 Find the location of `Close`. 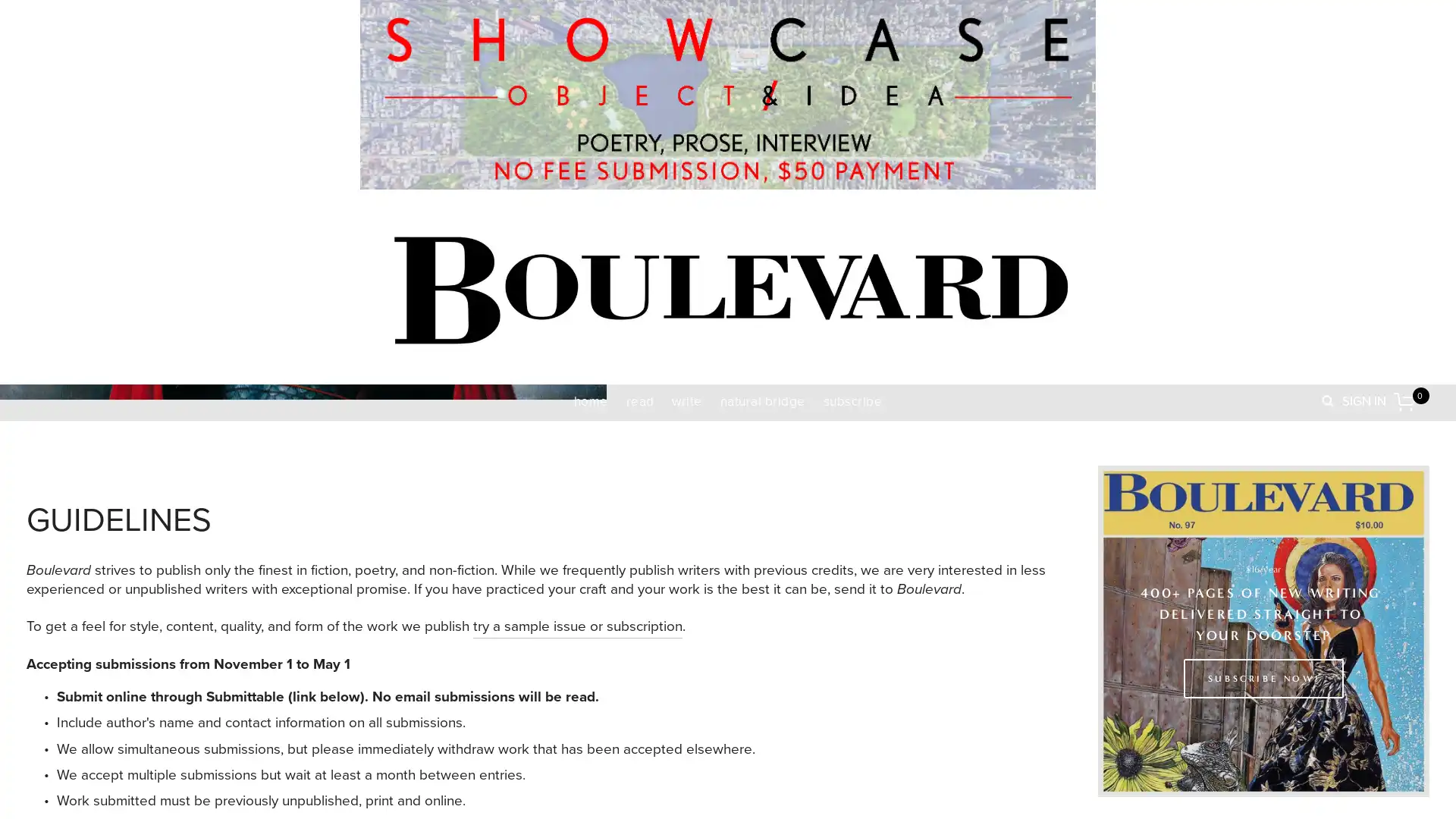

Close is located at coordinates (943, 262).